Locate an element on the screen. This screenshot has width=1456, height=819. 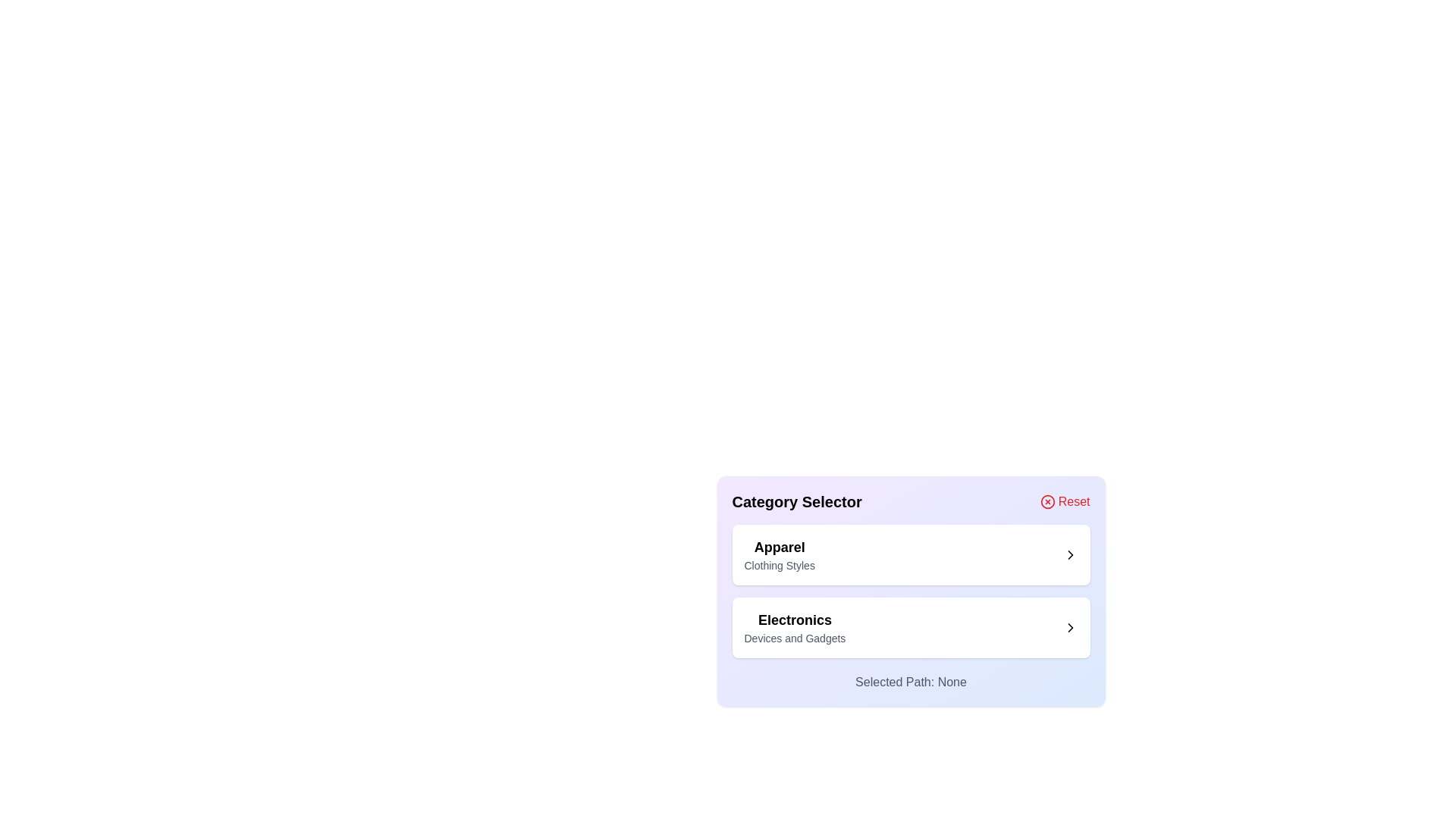
the text label displaying 'Clothing Styles', which is located directly below the 'Apparel' label in the Apparel category card is located at coordinates (780, 565).